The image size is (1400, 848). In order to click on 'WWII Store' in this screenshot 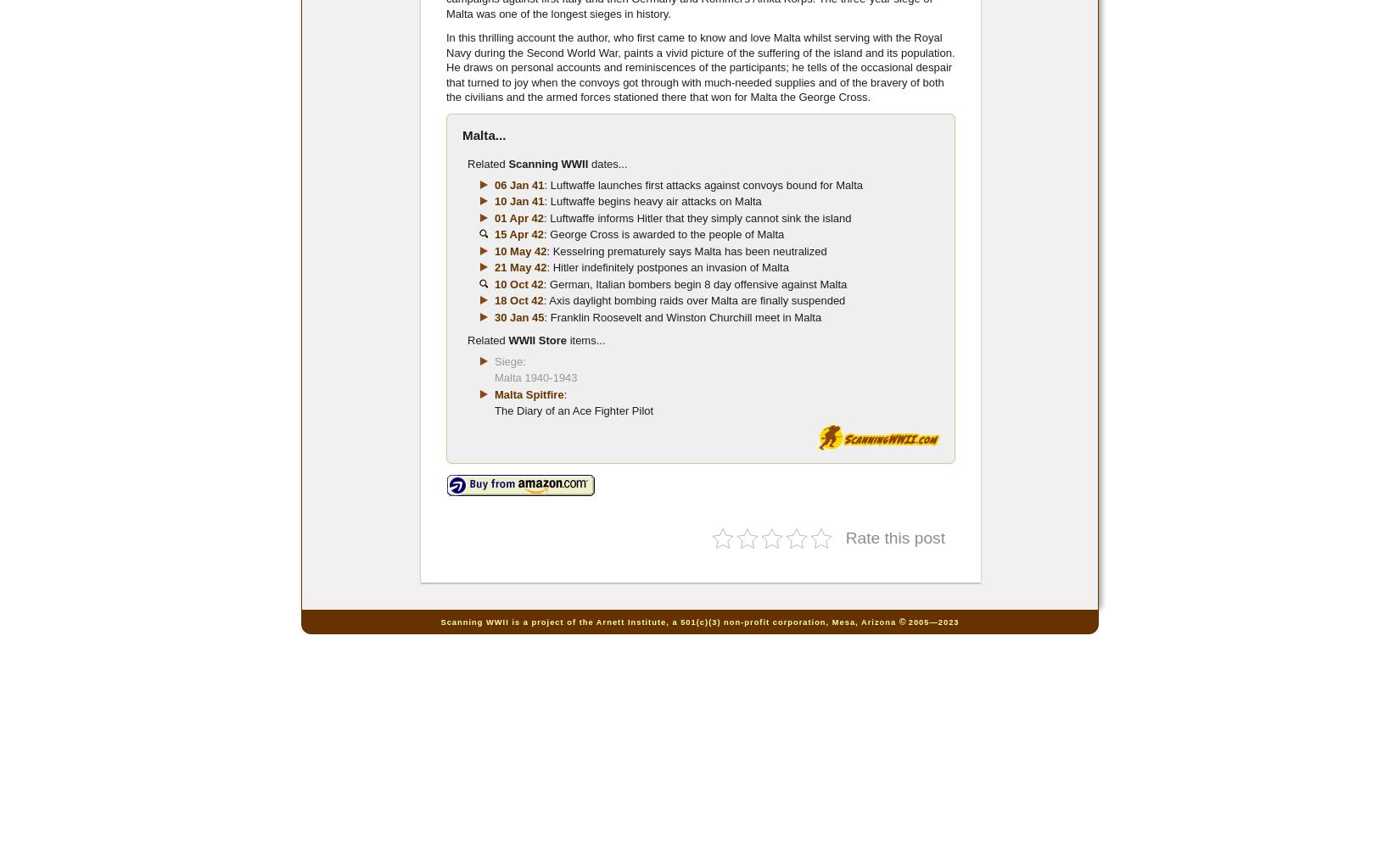, I will do `click(536, 340)`.